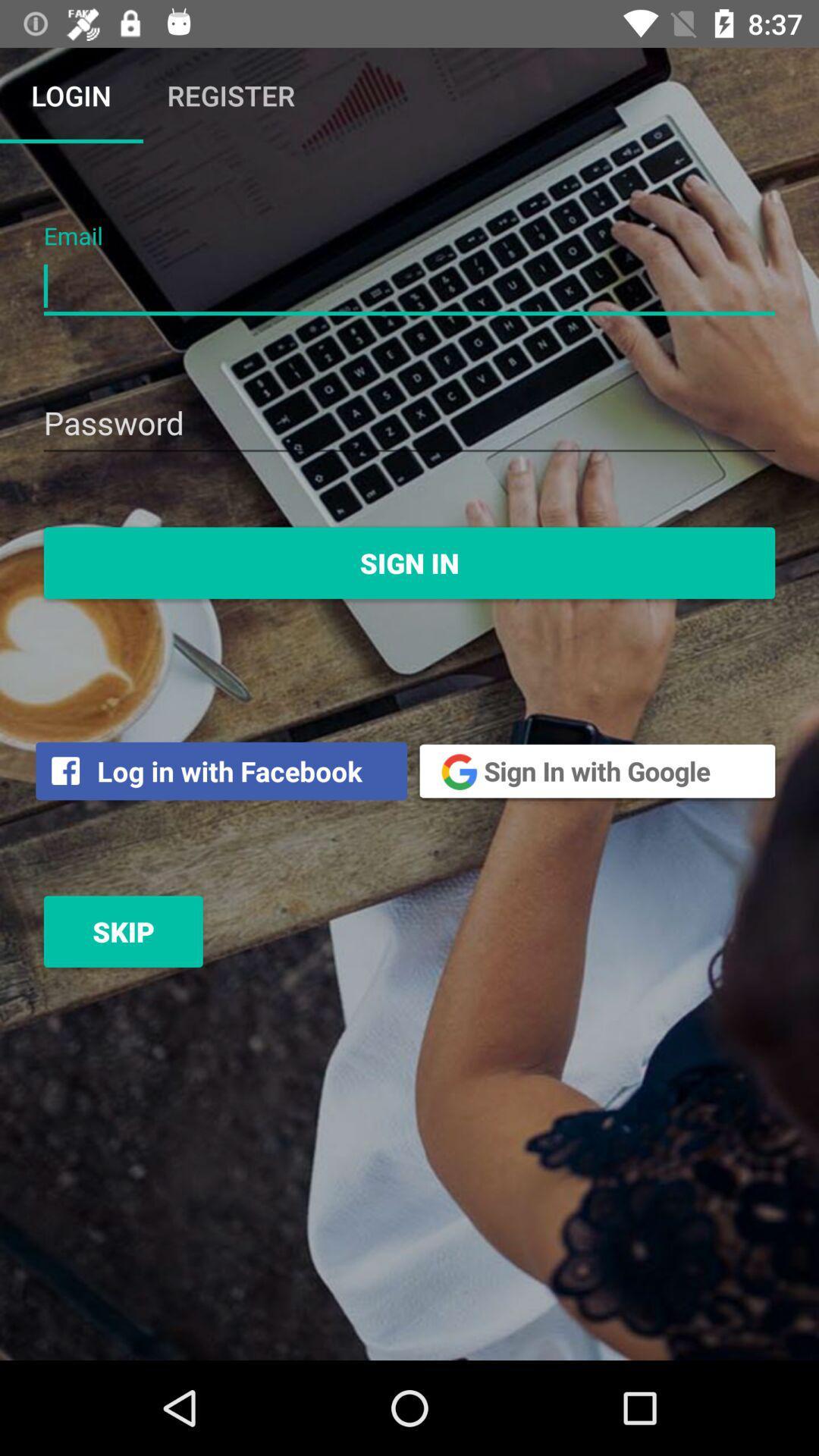 This screenshot has height=1456, width=819. I want to click on password, so click(409, 425).